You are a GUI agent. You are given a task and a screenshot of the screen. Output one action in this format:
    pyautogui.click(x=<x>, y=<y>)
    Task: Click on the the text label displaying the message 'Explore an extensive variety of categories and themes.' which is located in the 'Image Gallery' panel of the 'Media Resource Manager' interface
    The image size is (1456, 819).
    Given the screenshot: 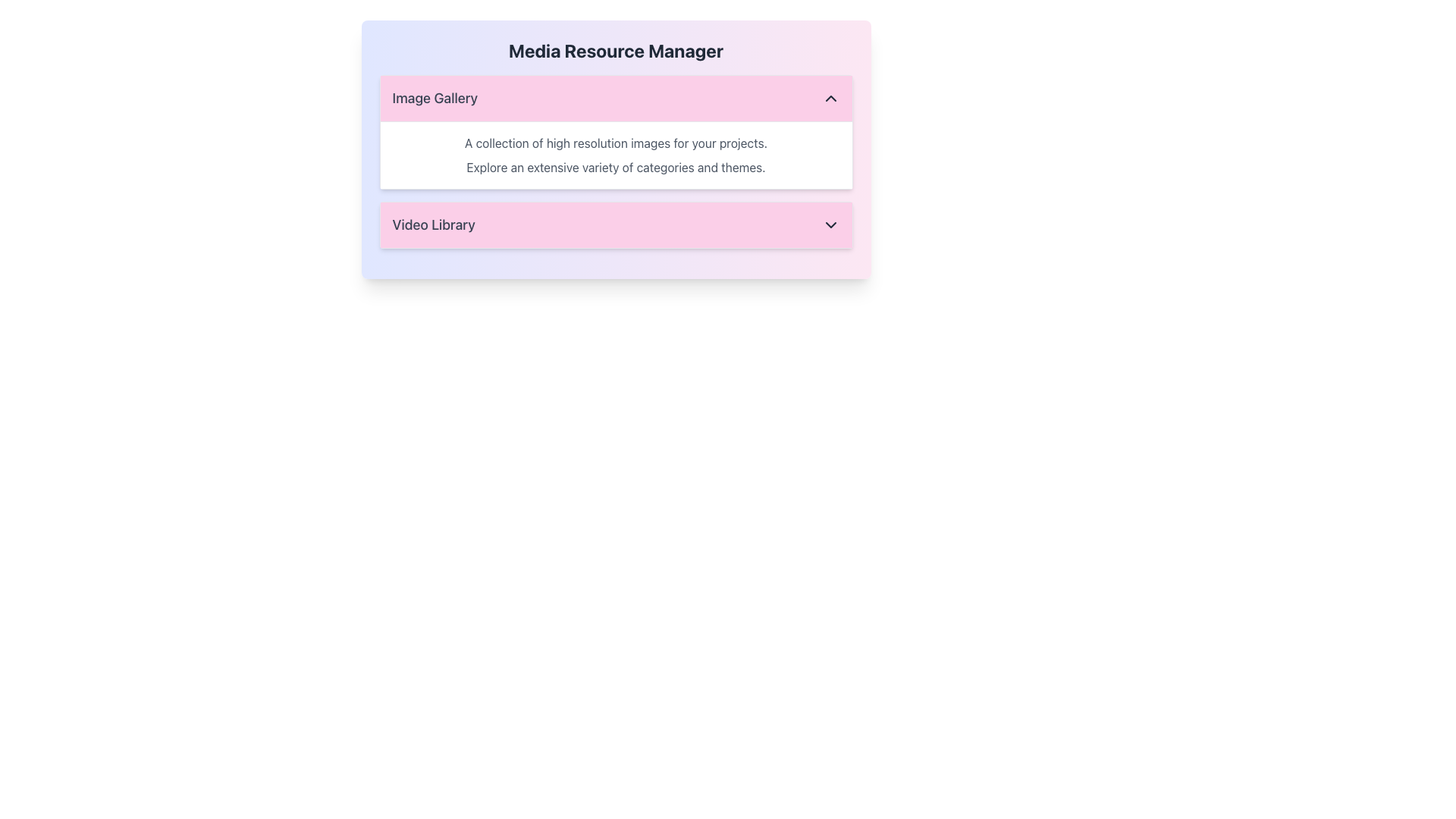 What is the action you would take?
    pyautogui.click(x=616, y=167)
    